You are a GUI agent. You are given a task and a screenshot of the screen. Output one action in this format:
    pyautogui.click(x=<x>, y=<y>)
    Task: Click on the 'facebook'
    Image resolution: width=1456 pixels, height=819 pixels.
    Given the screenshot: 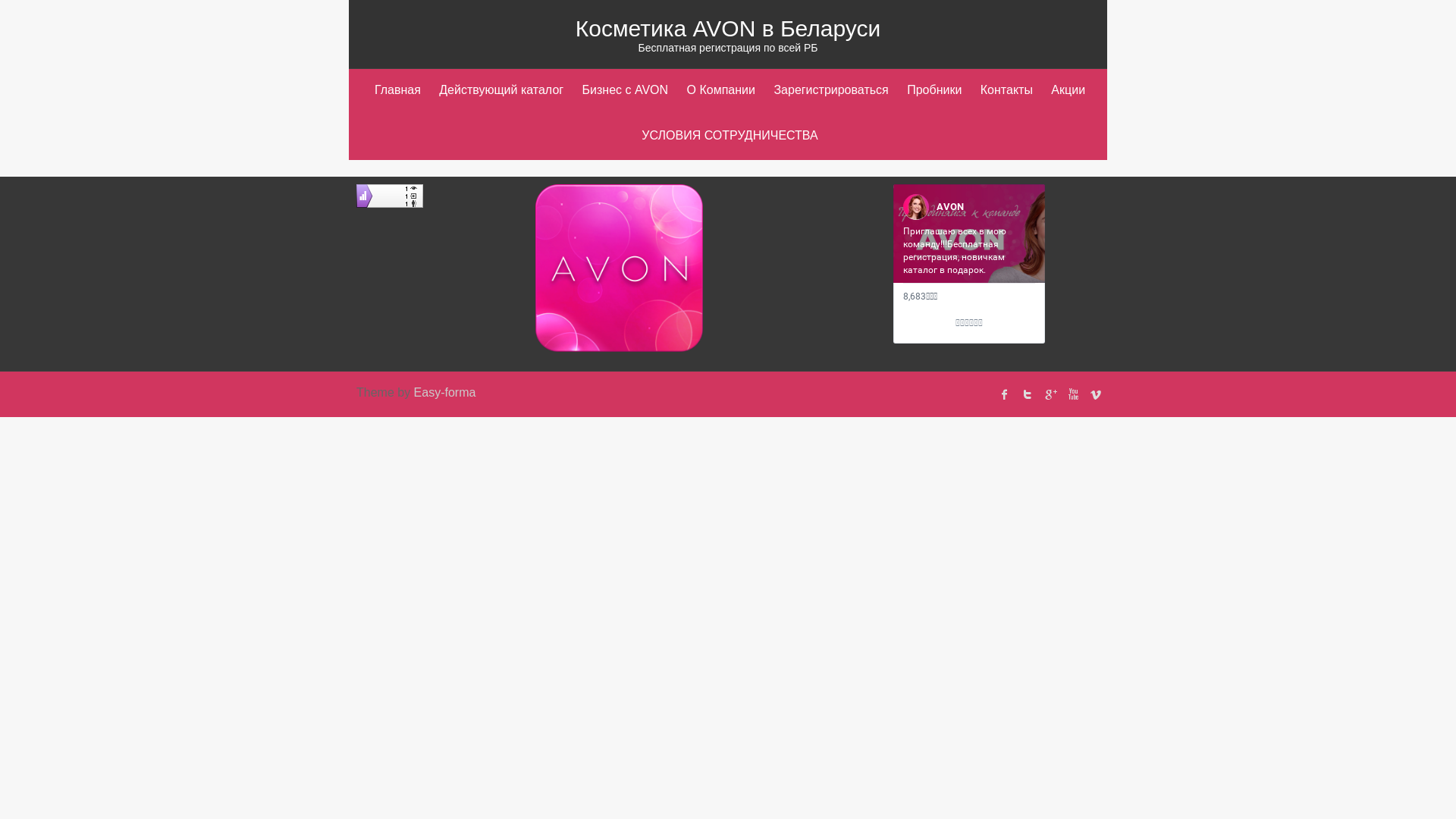 What is the action you would take?
    pyautogui.click(x=1004, y=394)
    